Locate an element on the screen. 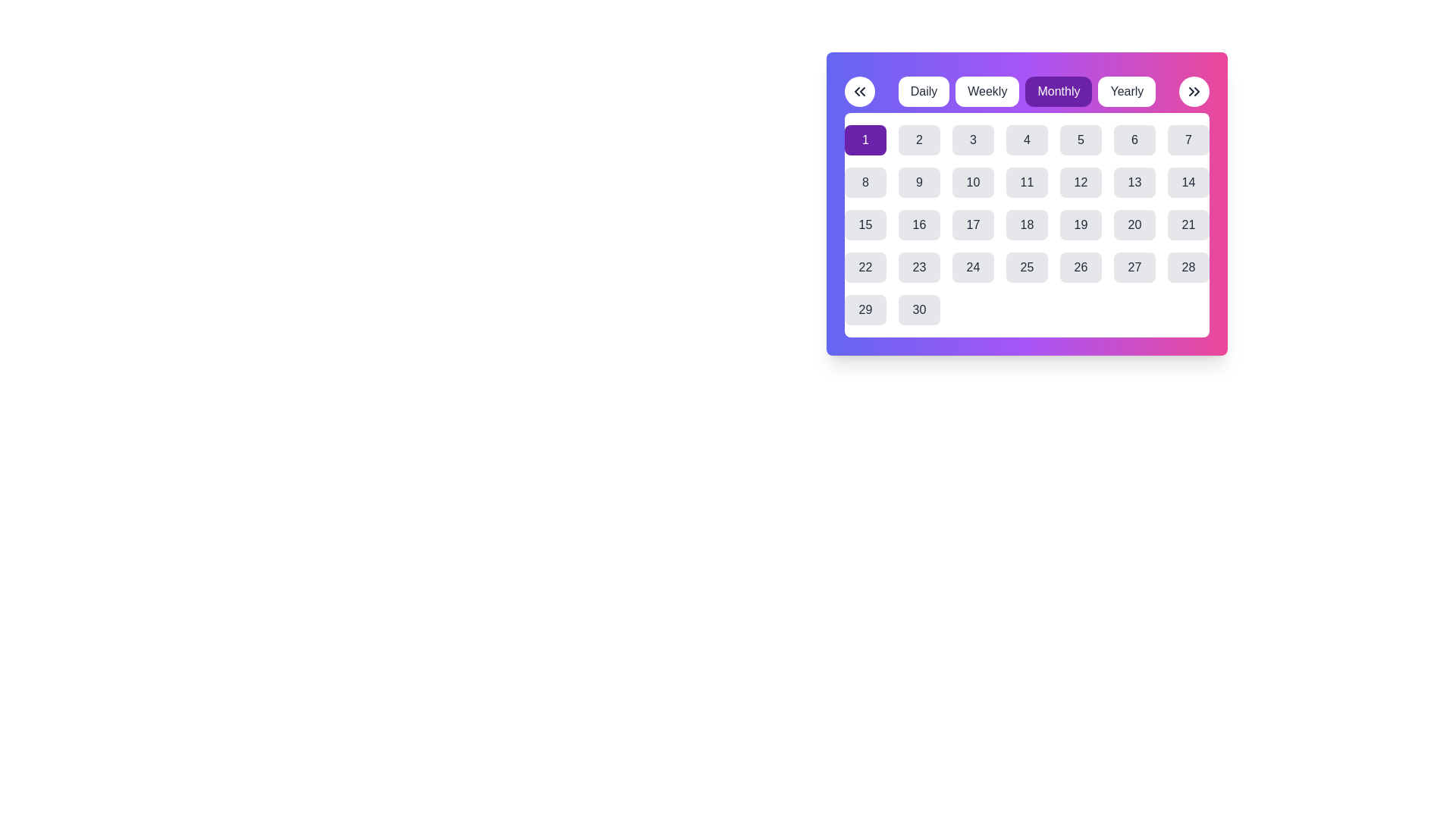 Image resolution: width=1456 pixels, height=819 pixels. the button representing the 11th day of the month in the calendar, located in the second row and fourth column of the date buttons grid is located at coordinates (1027, 181).